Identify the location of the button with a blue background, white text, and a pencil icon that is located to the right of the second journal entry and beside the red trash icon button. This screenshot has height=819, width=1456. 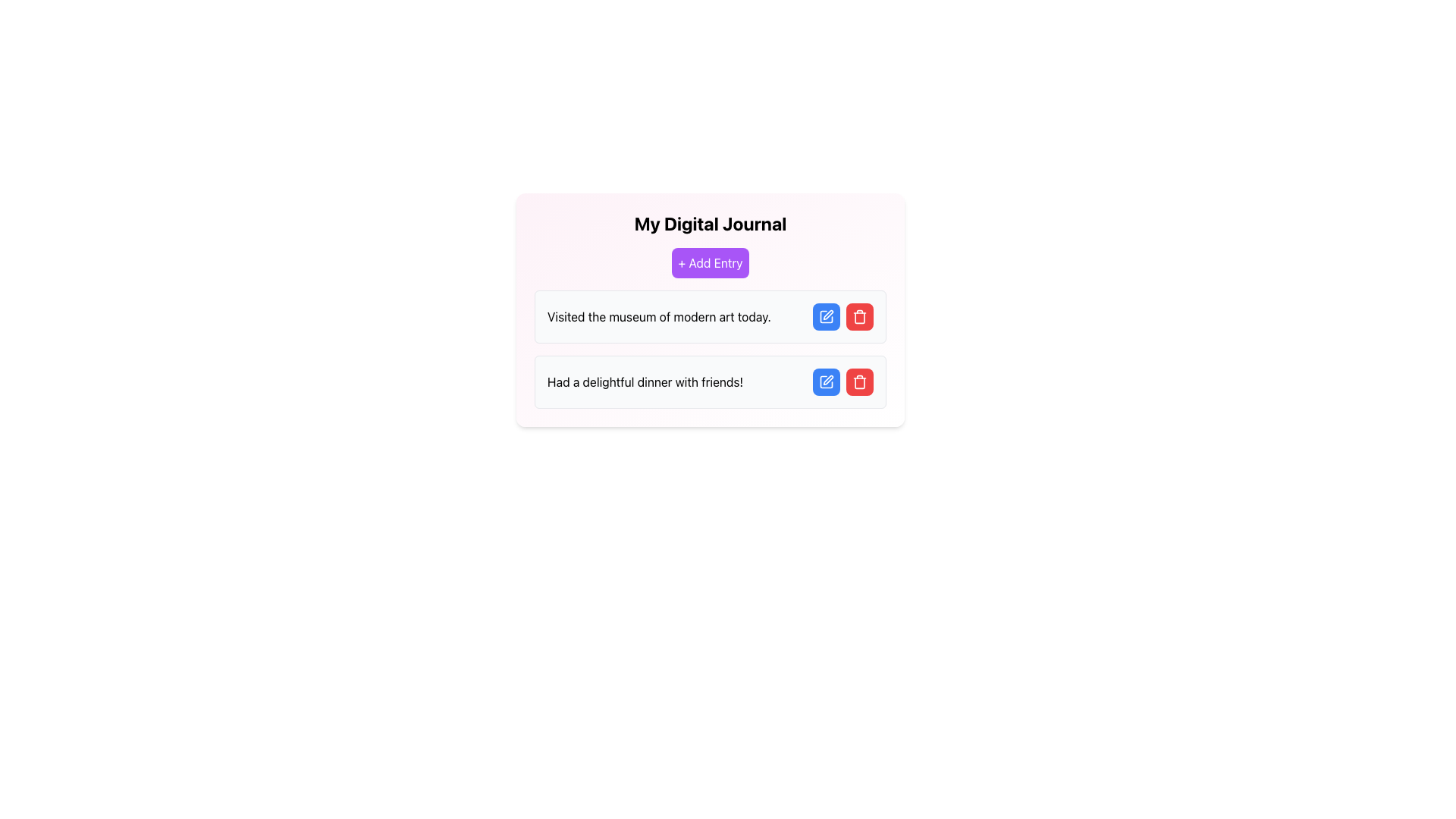
(825, 381).